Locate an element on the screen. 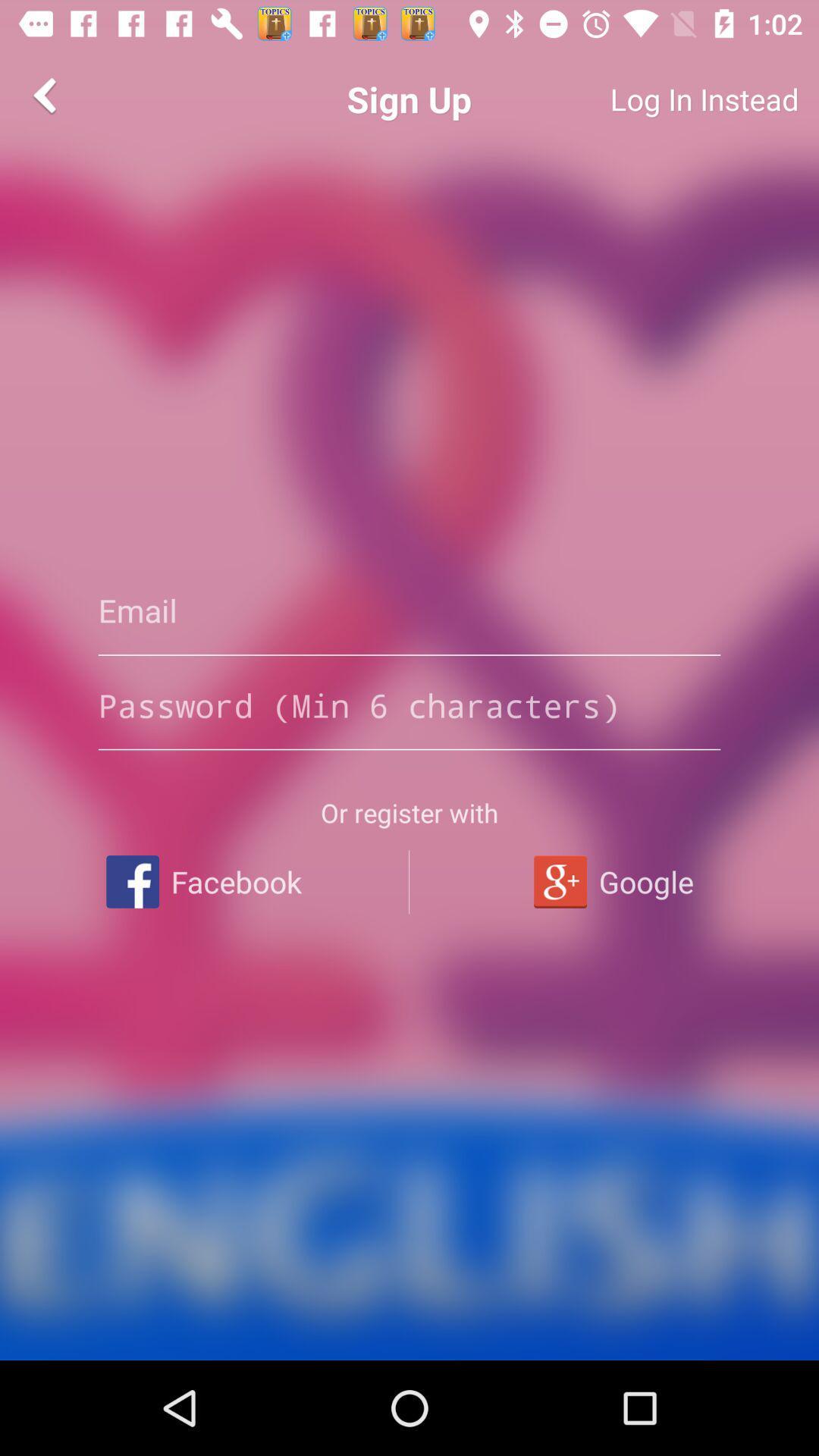  item at the top left corner is located at coordinates (46, 94).